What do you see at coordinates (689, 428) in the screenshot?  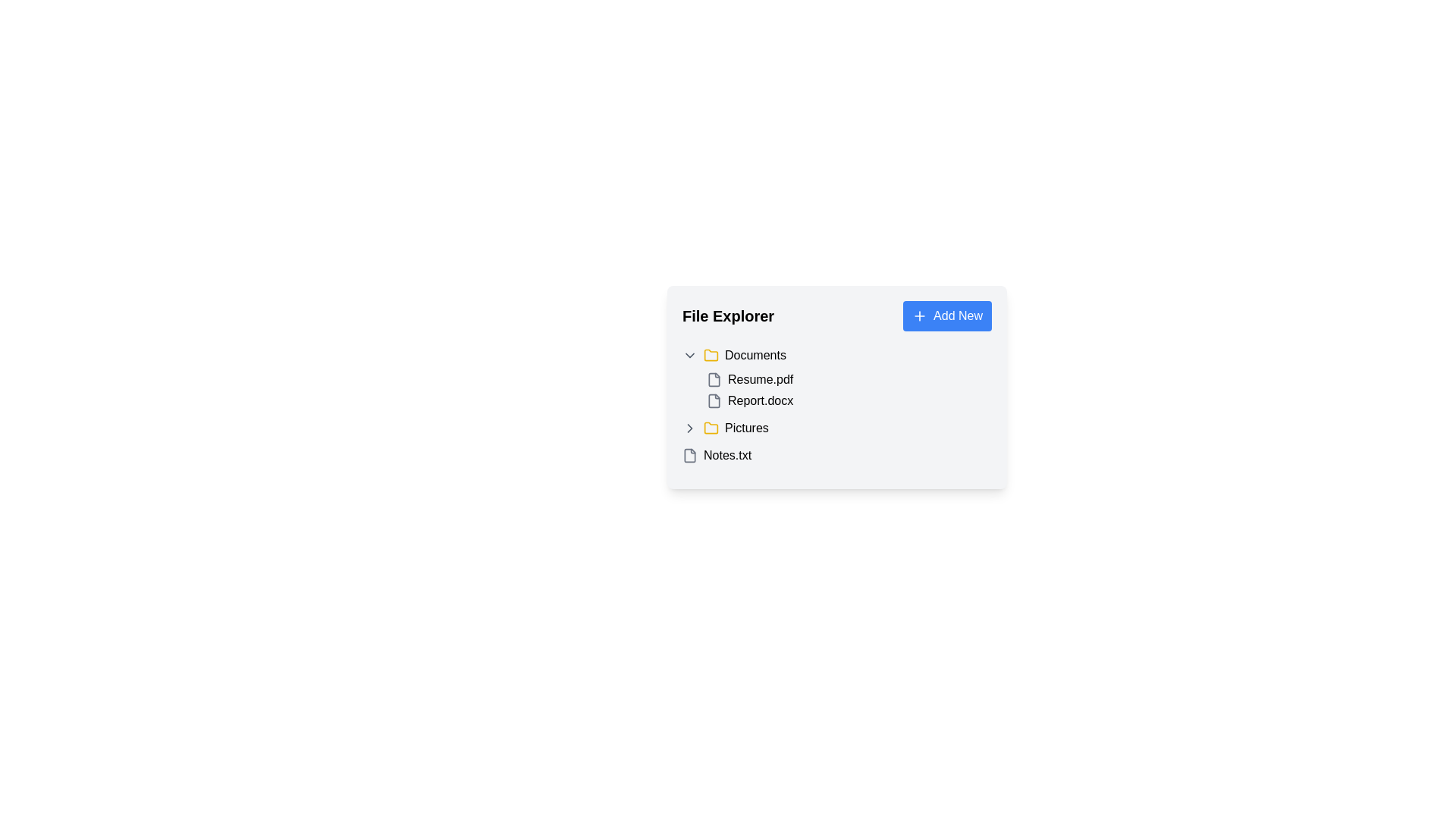 I see `the arrow icon next to the 'Pictures' label in the file explorer interface` at bounding box center [689, 428].